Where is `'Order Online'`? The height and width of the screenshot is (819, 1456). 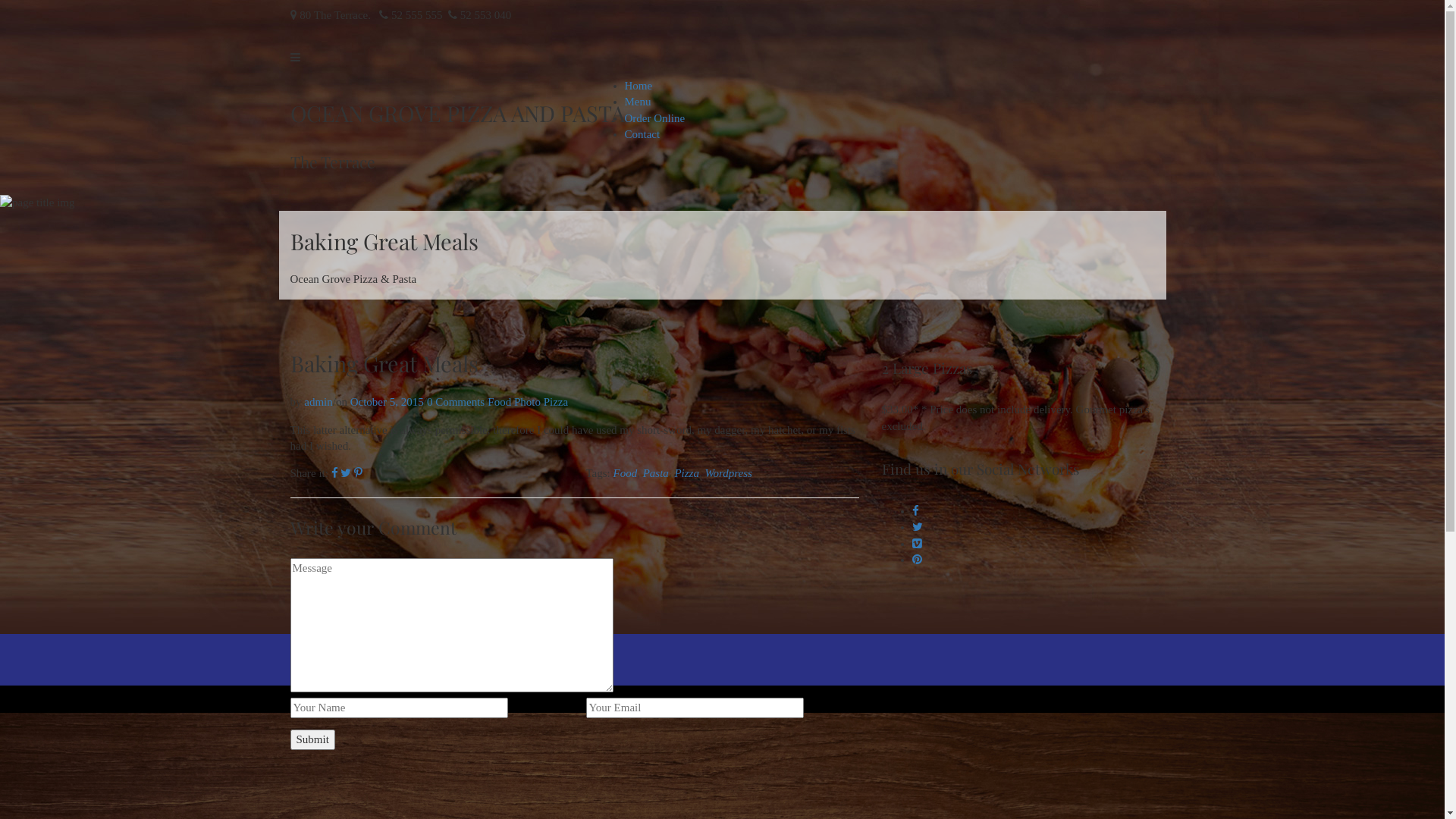
'Order Online' is located at coordinates (655, 117).